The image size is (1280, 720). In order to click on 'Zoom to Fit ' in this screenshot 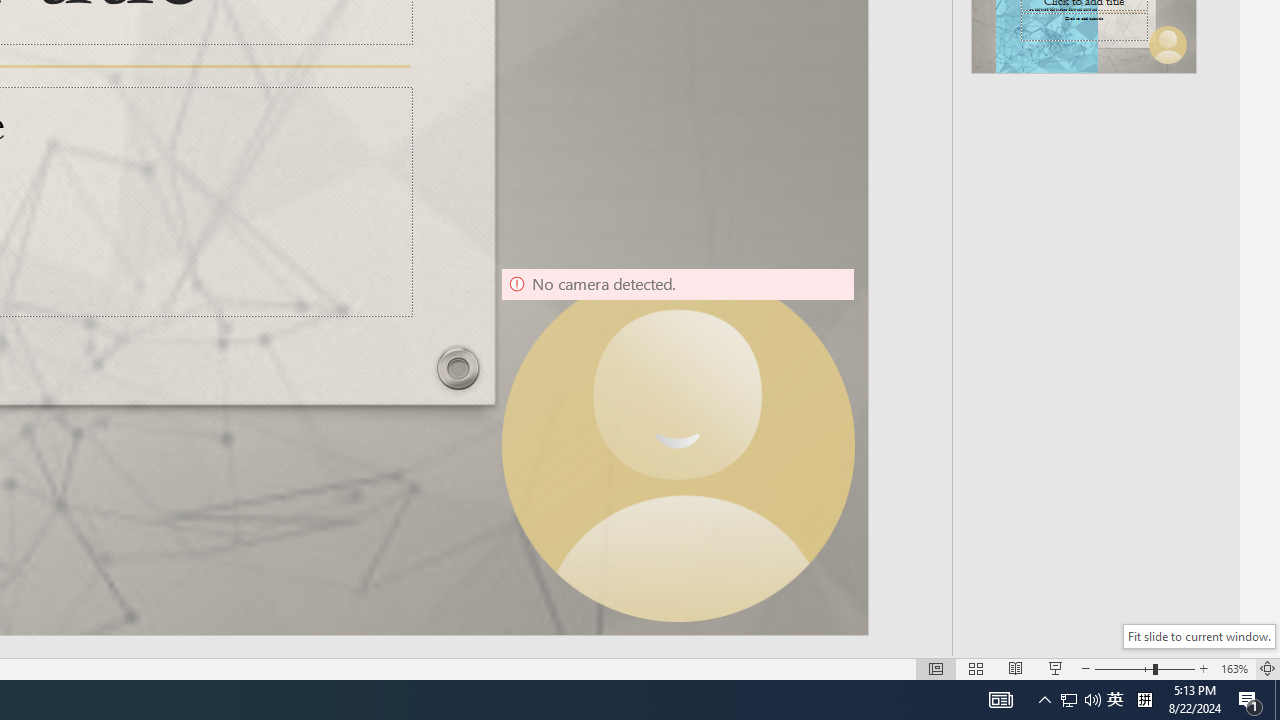, I will do `click(1266, 669)`.